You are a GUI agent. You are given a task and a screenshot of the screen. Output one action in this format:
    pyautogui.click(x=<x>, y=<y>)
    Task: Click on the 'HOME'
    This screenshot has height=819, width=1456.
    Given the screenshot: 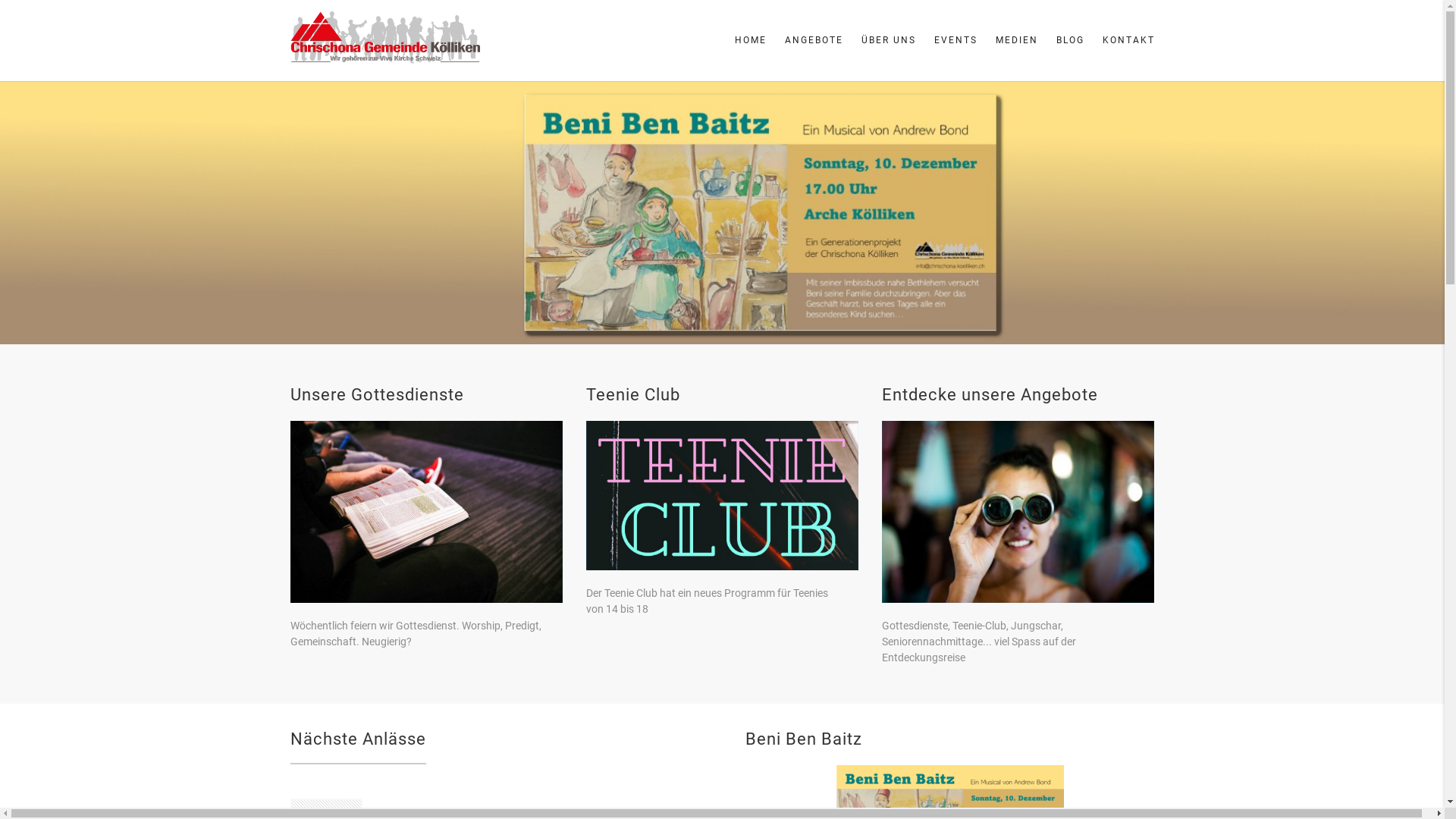 What is the action you would take?
    pyautogui.click(x=749, y=39)
    